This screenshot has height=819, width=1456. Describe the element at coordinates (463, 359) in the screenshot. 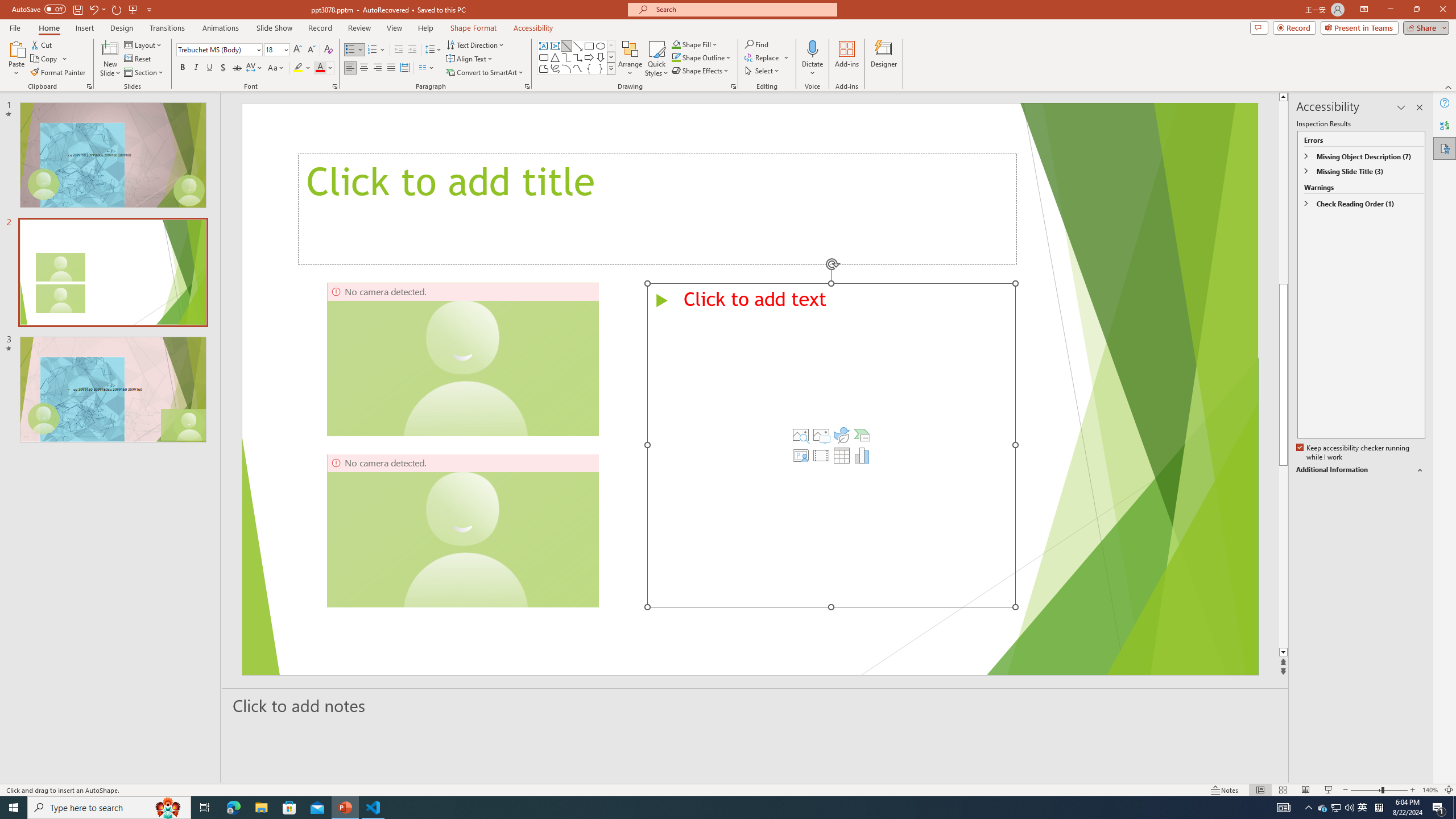

I see `'Camera 3, No camera detected.'` at that location.